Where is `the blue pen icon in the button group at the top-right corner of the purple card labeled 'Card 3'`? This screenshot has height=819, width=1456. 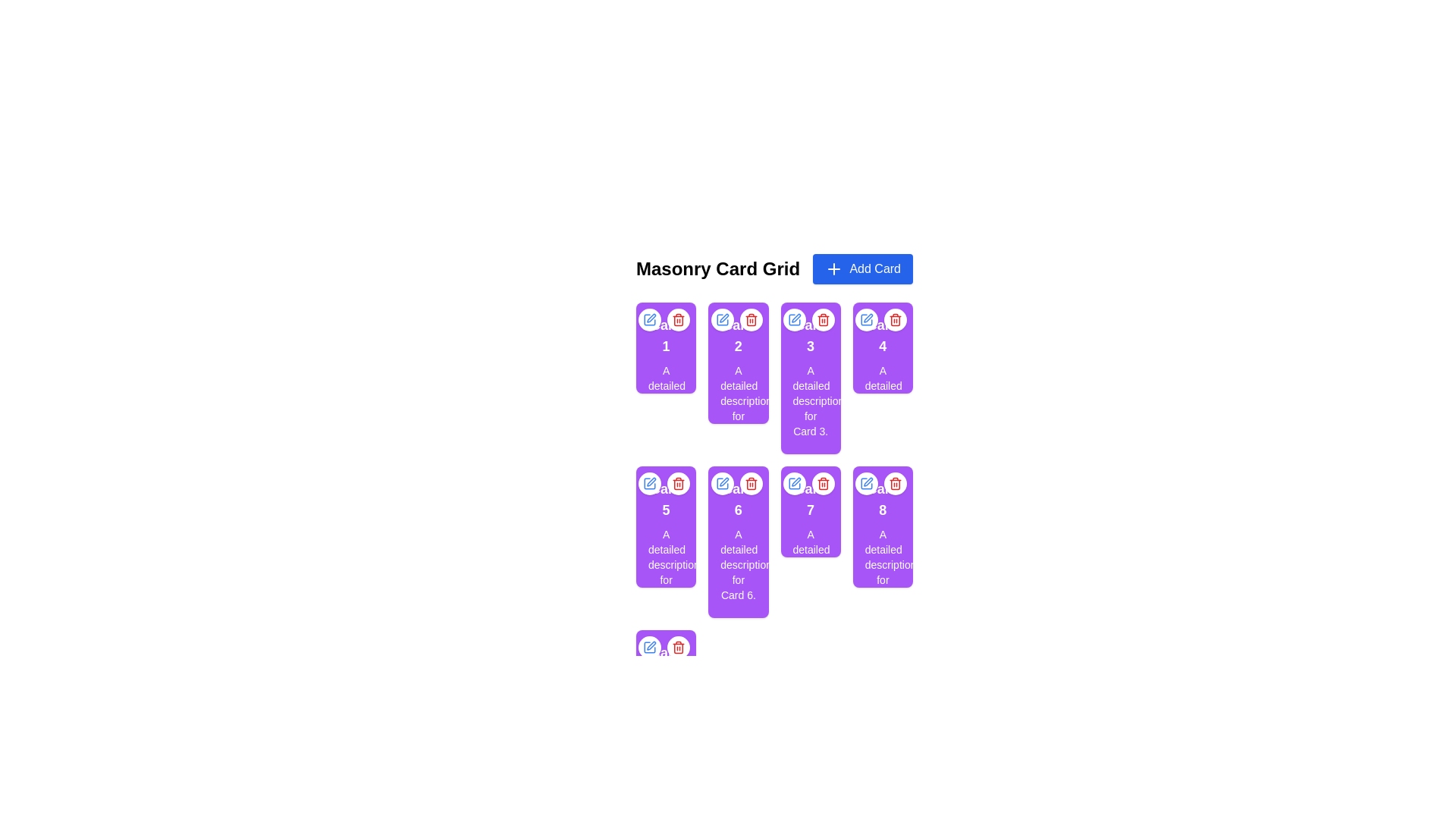 the blue pen icon in the button group at the top-right corner of the purple card labeled 'Card 3' is located at coordinates (808, 318).